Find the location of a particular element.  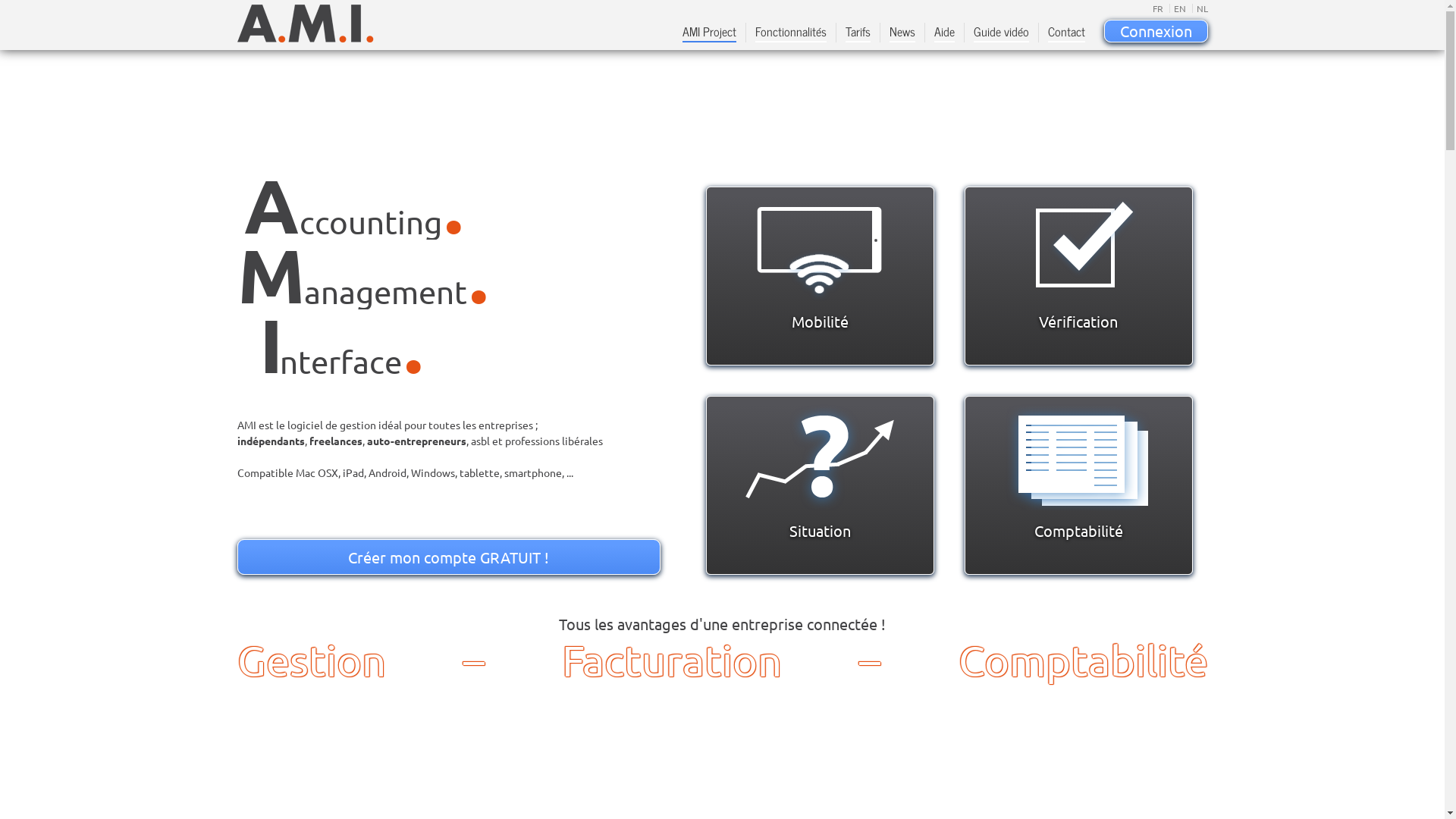

'AMI logo - Accounting Management Interface' is located at coordinates (304, 23).